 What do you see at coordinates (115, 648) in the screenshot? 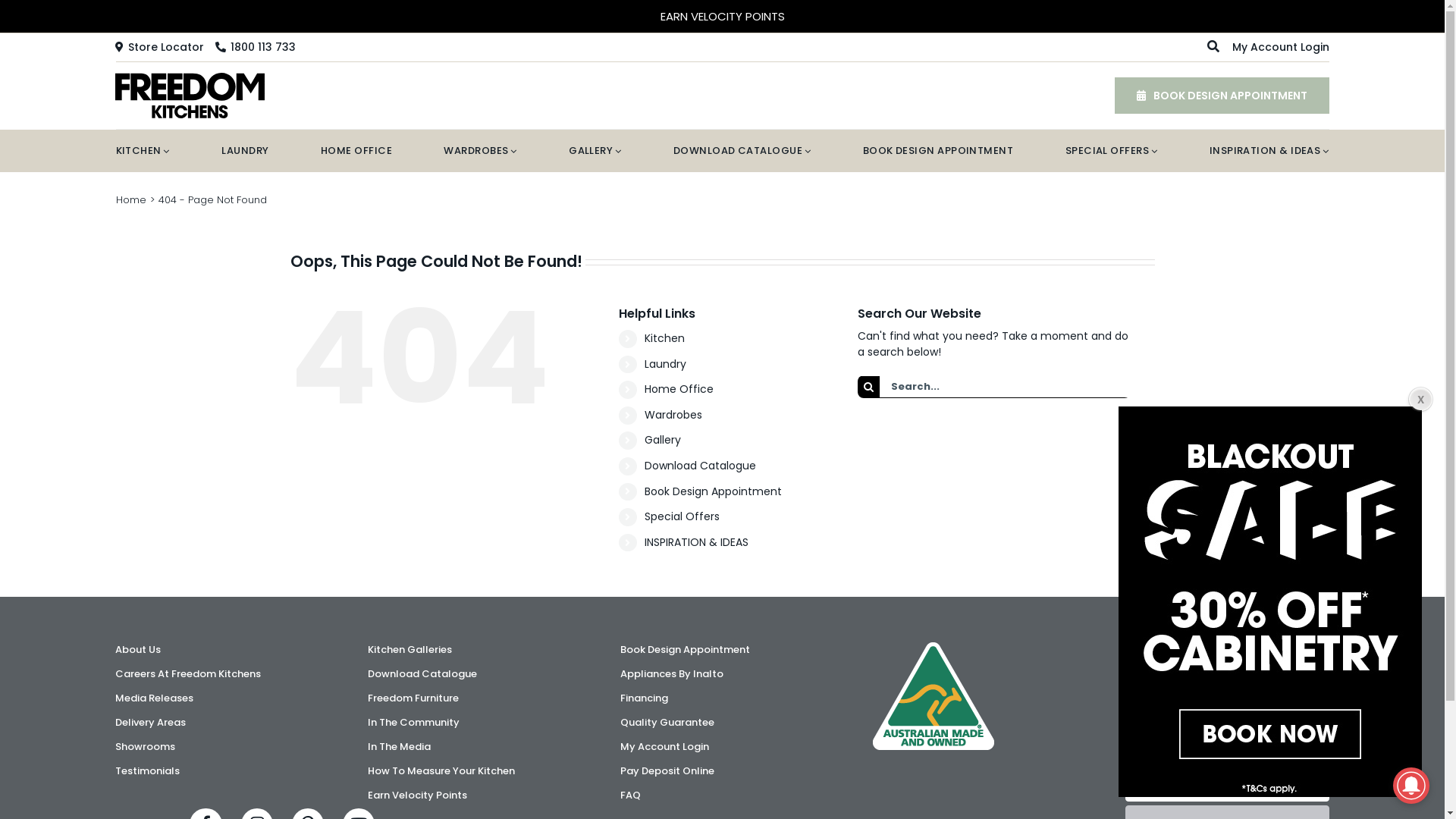
I see `'About Us'` at bounding box center [115, 648].